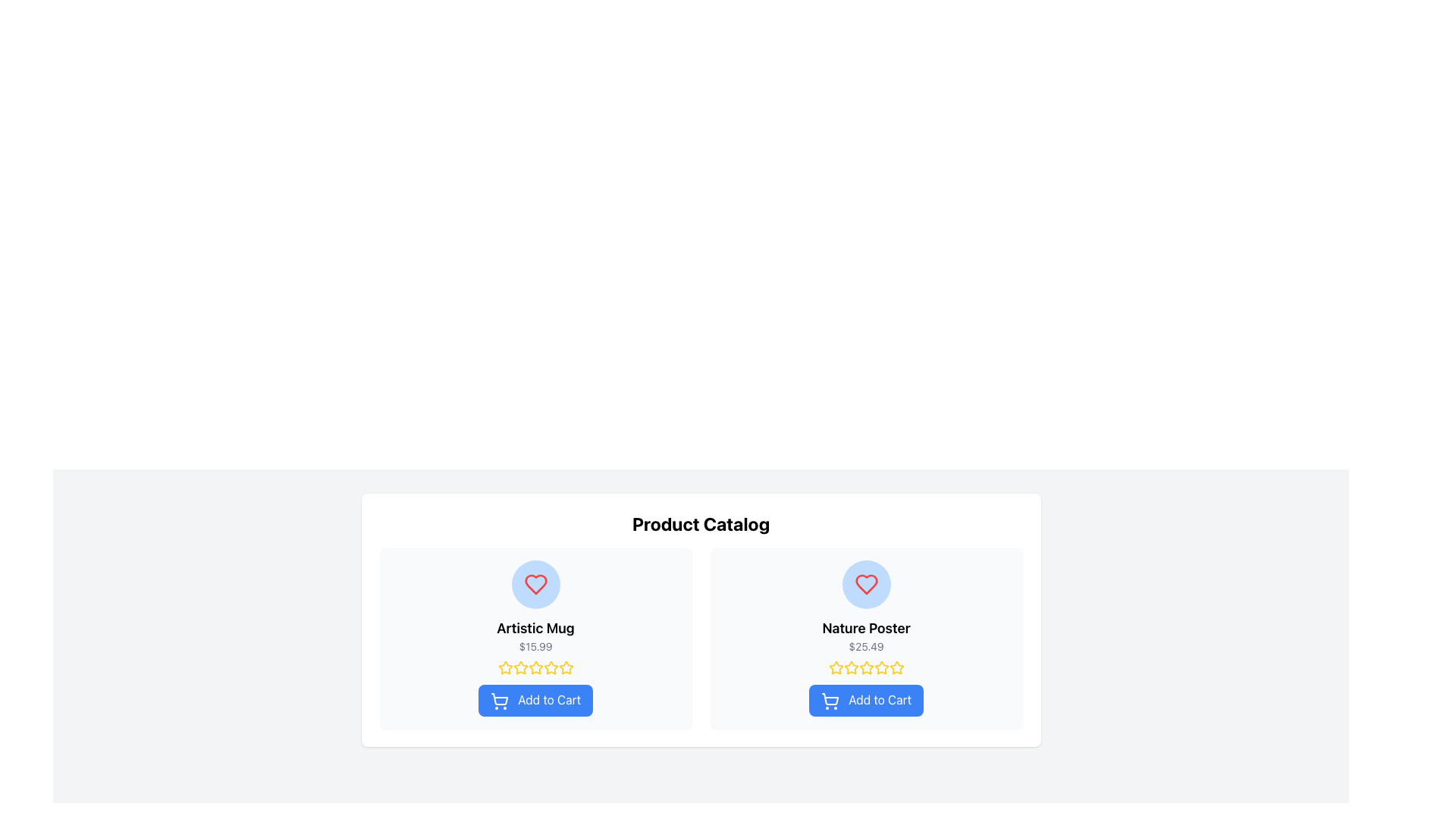 Image resolution: width=1456 pixels, height=819 pixels. What do you see at coordinates (535, 667) in the screenshot?
I see `on the fourth star icon used for ratings in the product card of 'Artistic Mug'` at bounding box center [535, 667].